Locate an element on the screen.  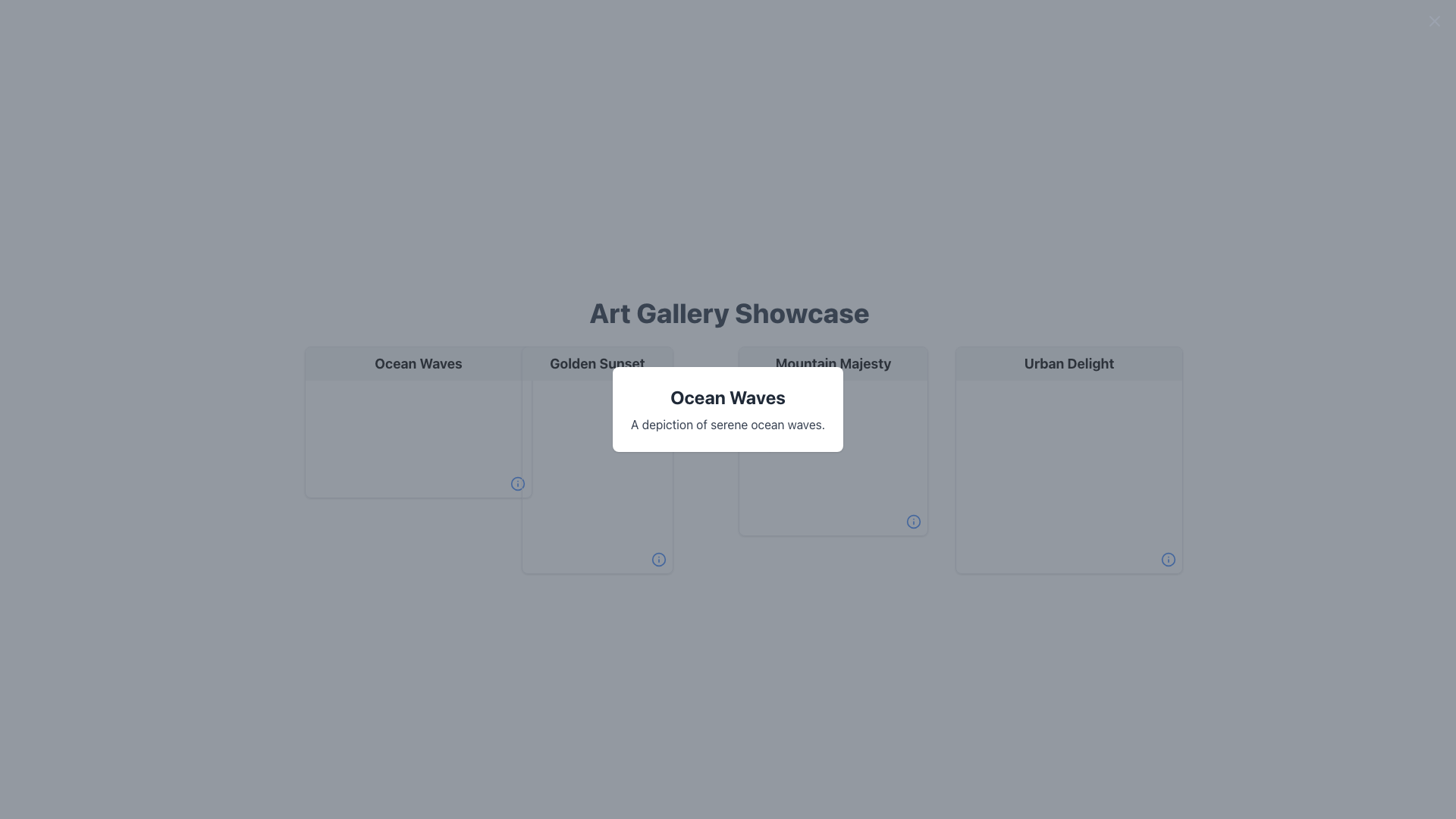
the information icon located in the bottom-right corner of the 'Urban Delight' card is located at coordinates (1167, 559).